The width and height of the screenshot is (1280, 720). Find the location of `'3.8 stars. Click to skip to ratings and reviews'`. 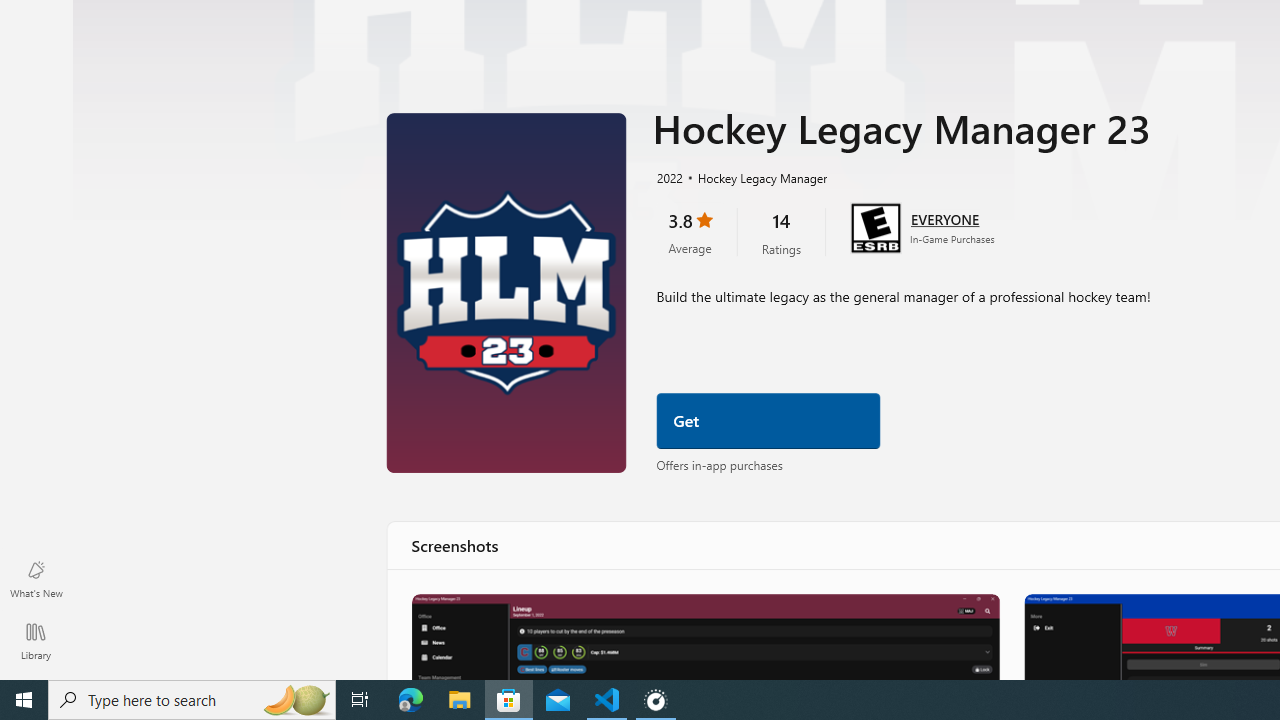

'3.8 stars. Click to skip to ratings and reviews' is located at coordinates (689, 231).